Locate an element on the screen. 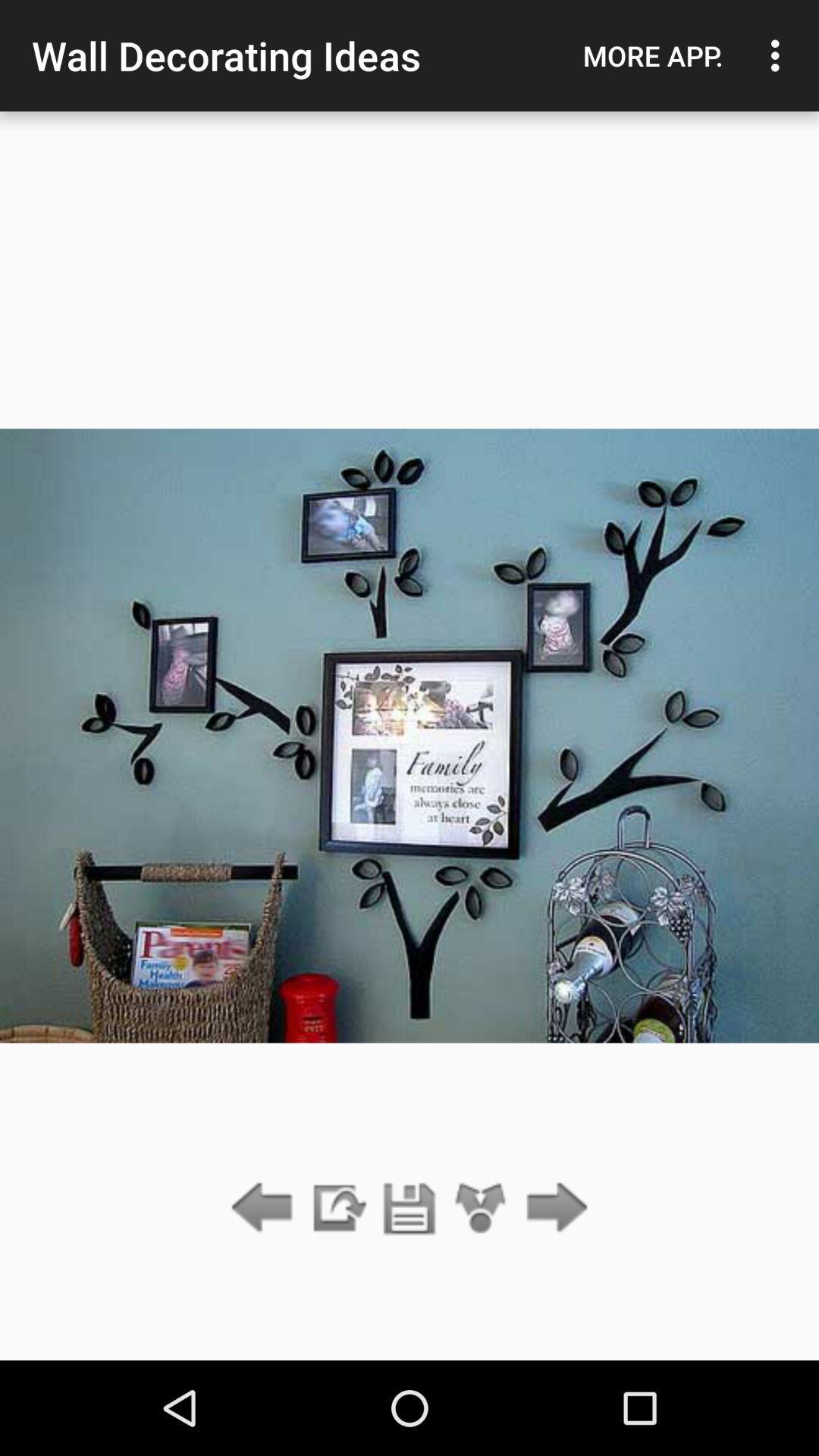  the save icon is located at coordinates (409, 1208).